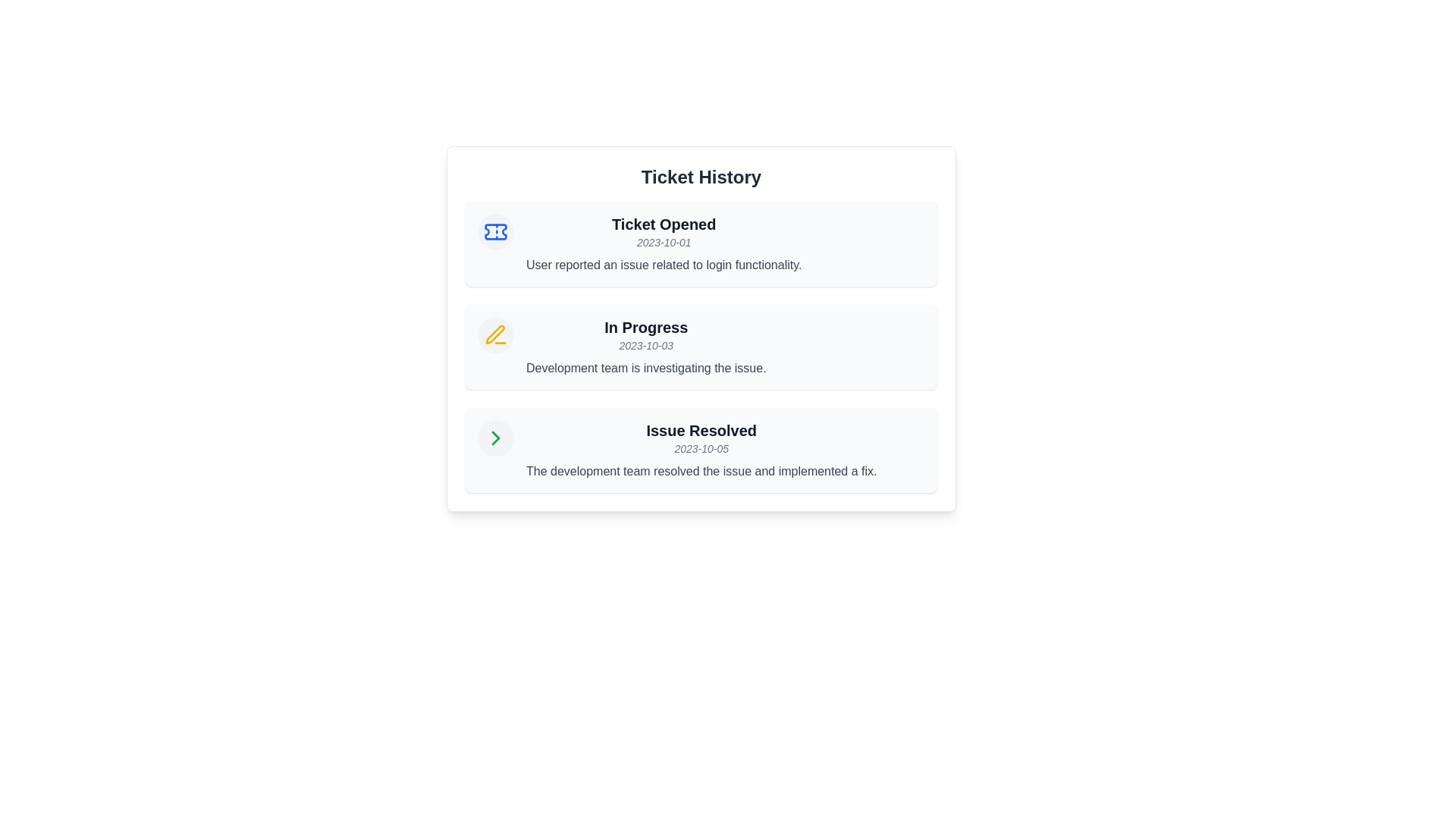 The width and height of the screenshot is (1456, 819). I want to click on the 'Issue Resolved' status text content block located in the 'Ticket History' section, which includes resolution date and action description, so click(701, 450).